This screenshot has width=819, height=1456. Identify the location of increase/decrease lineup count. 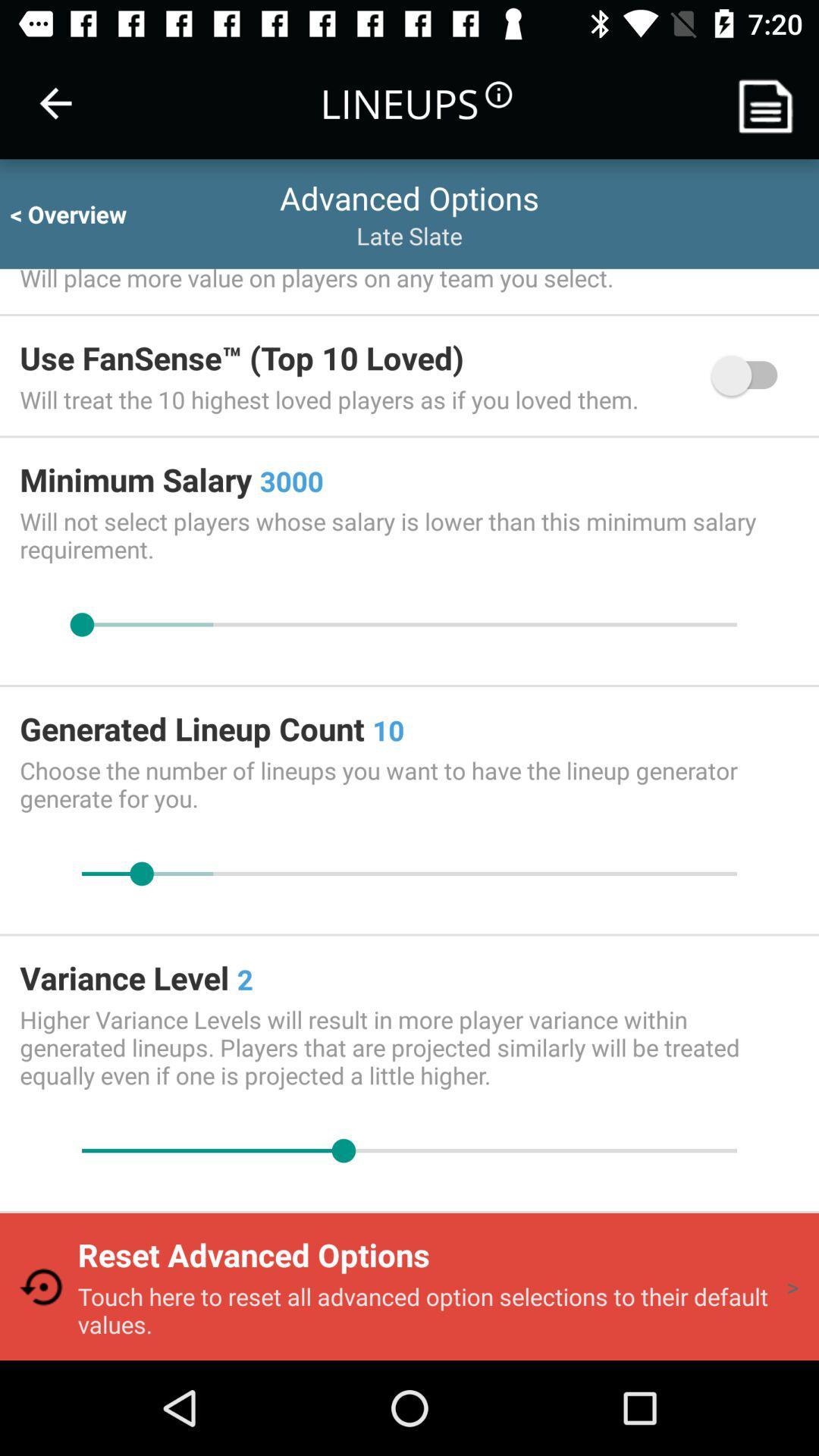
(409, 874).